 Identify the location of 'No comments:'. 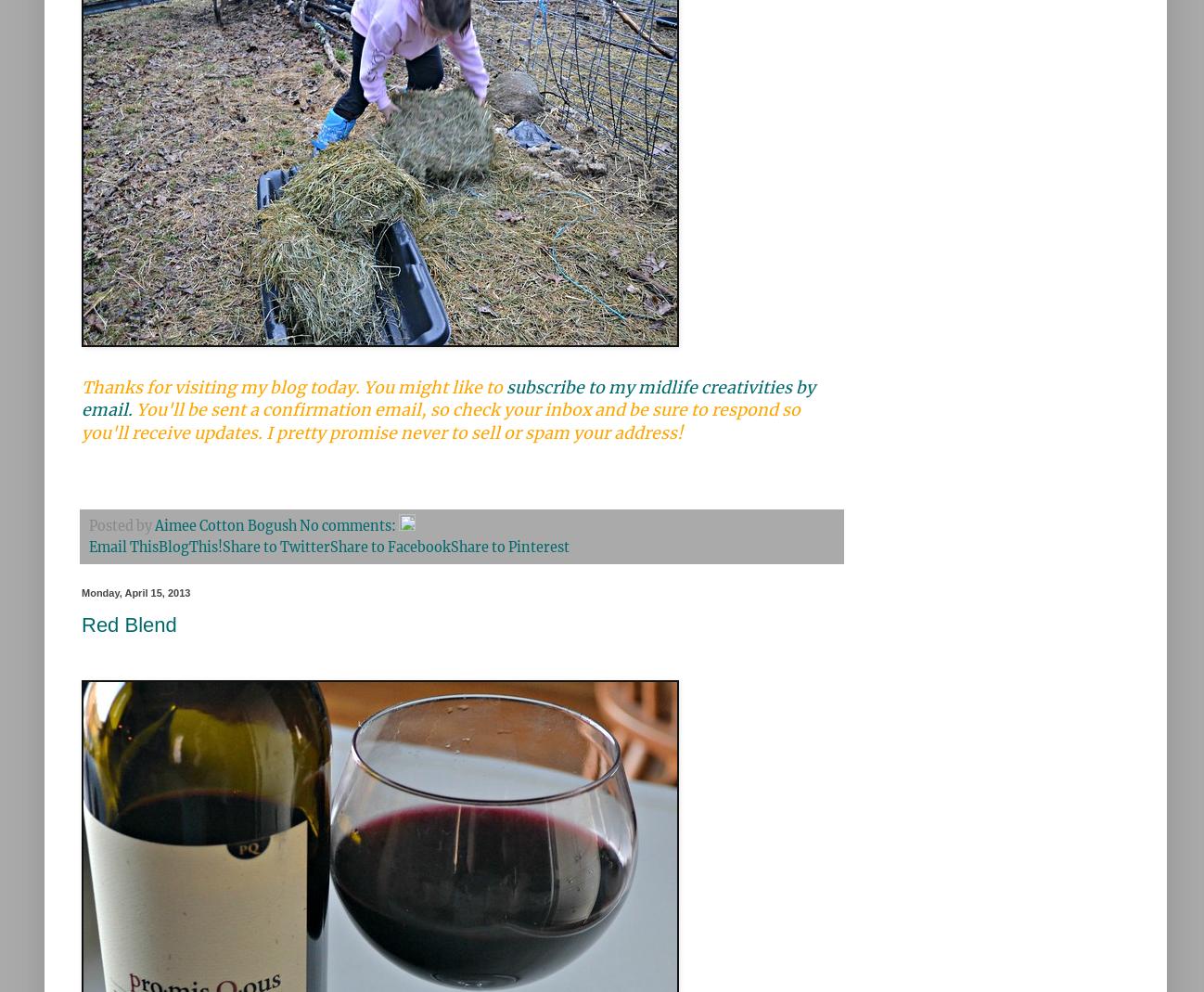
(349, 525).